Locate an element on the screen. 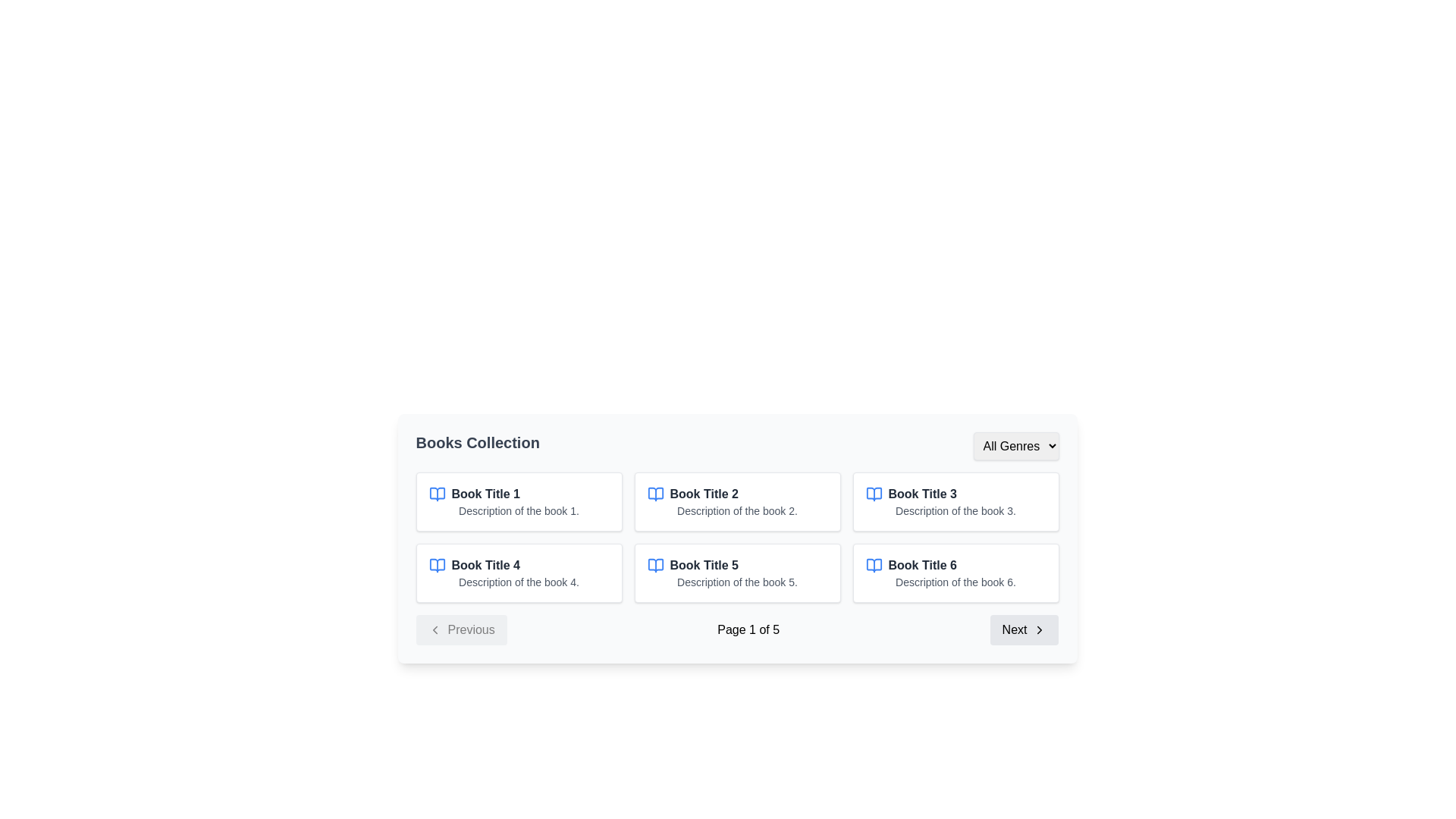 Image resolution: width=1456 pixels, height=819 pixels. the 'Next' button with a light gray background and a right-facing chevron icon is located at coordinates (1025, 629).